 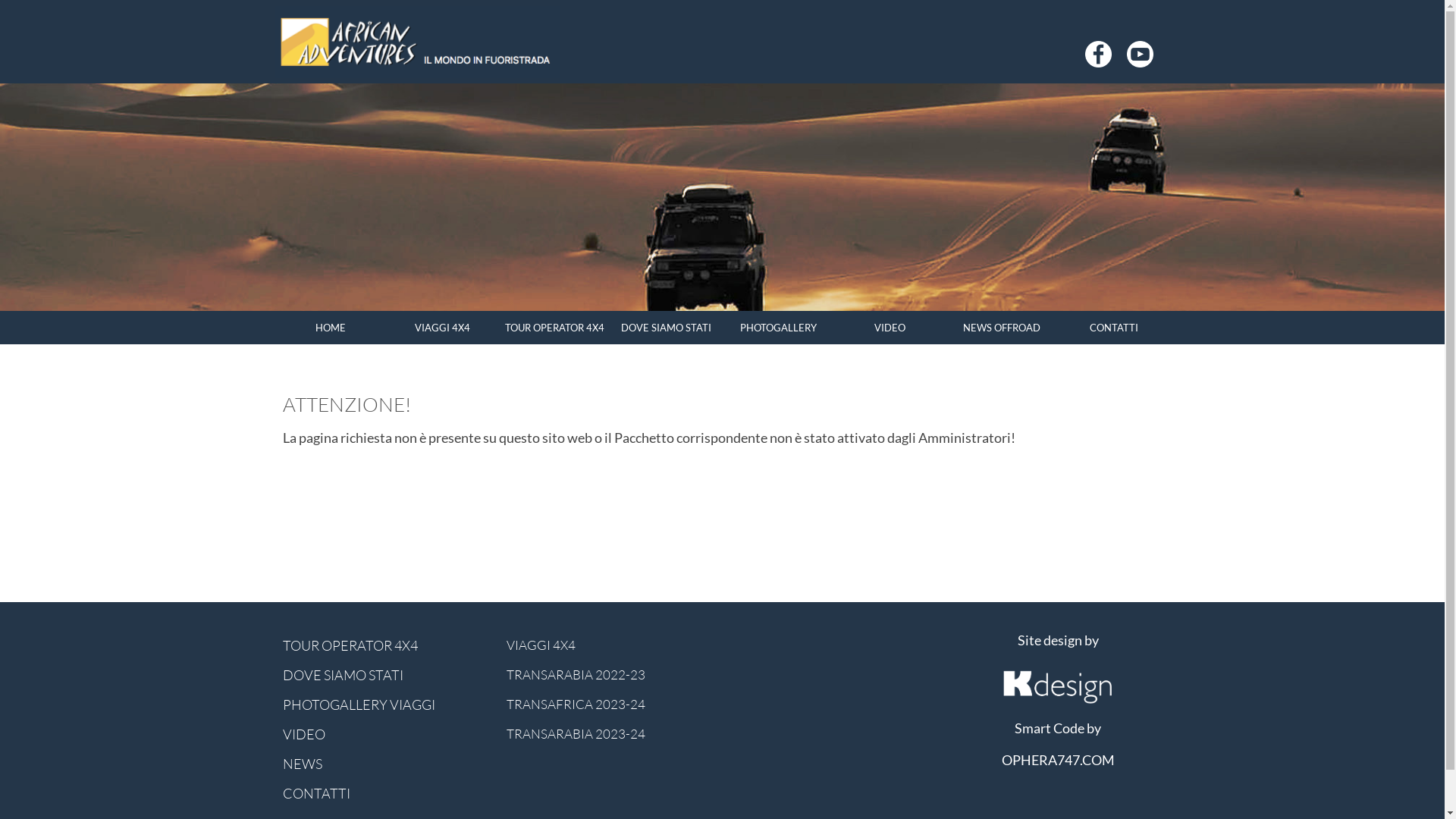 What do you see at coordinates (506, 733) in the screenshot?
I see `'TRANSARABIA 2023-24'` at bounding box center [506, 733].